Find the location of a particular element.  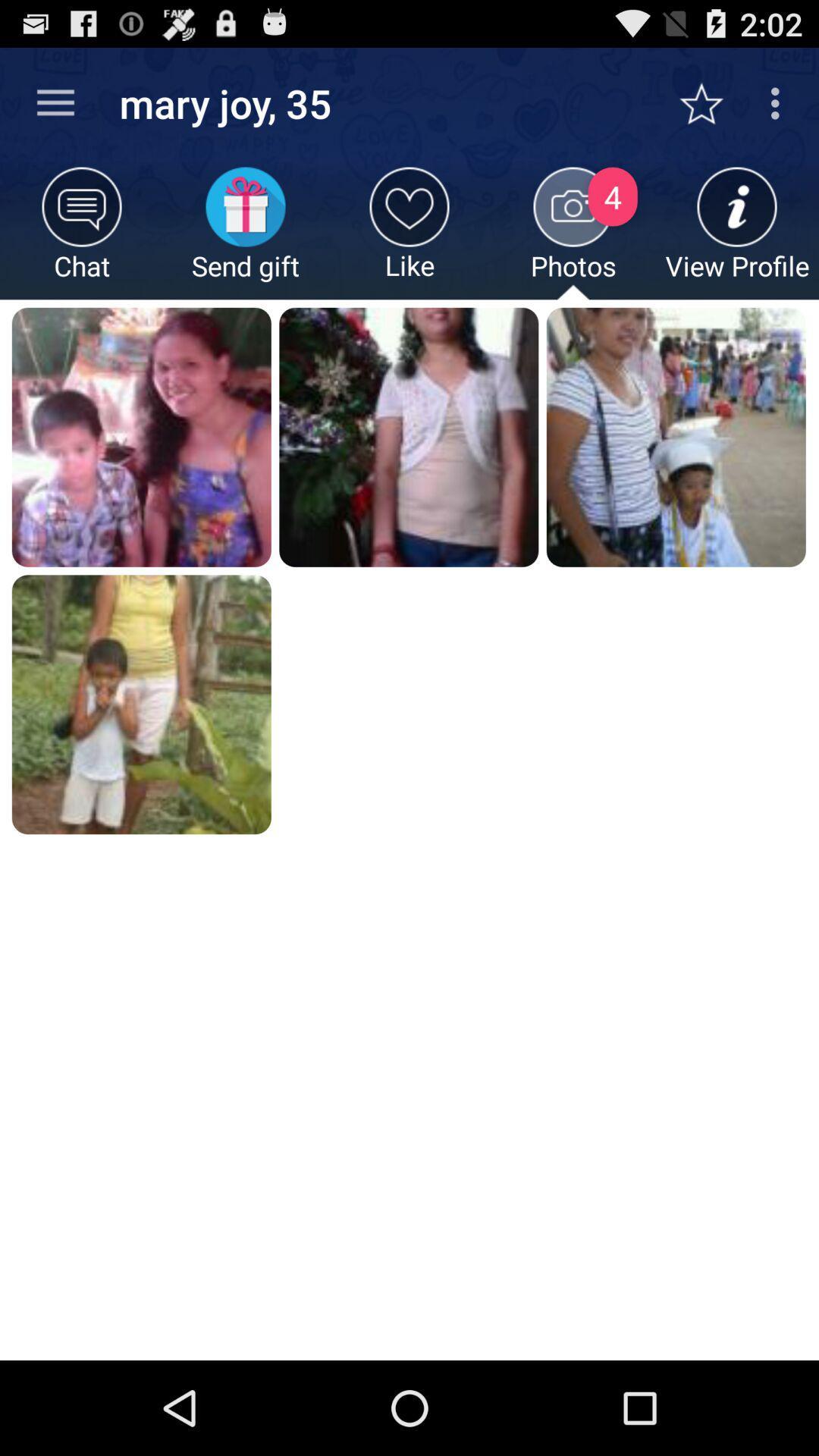

the chat icon is located at coordinates (82, 232).